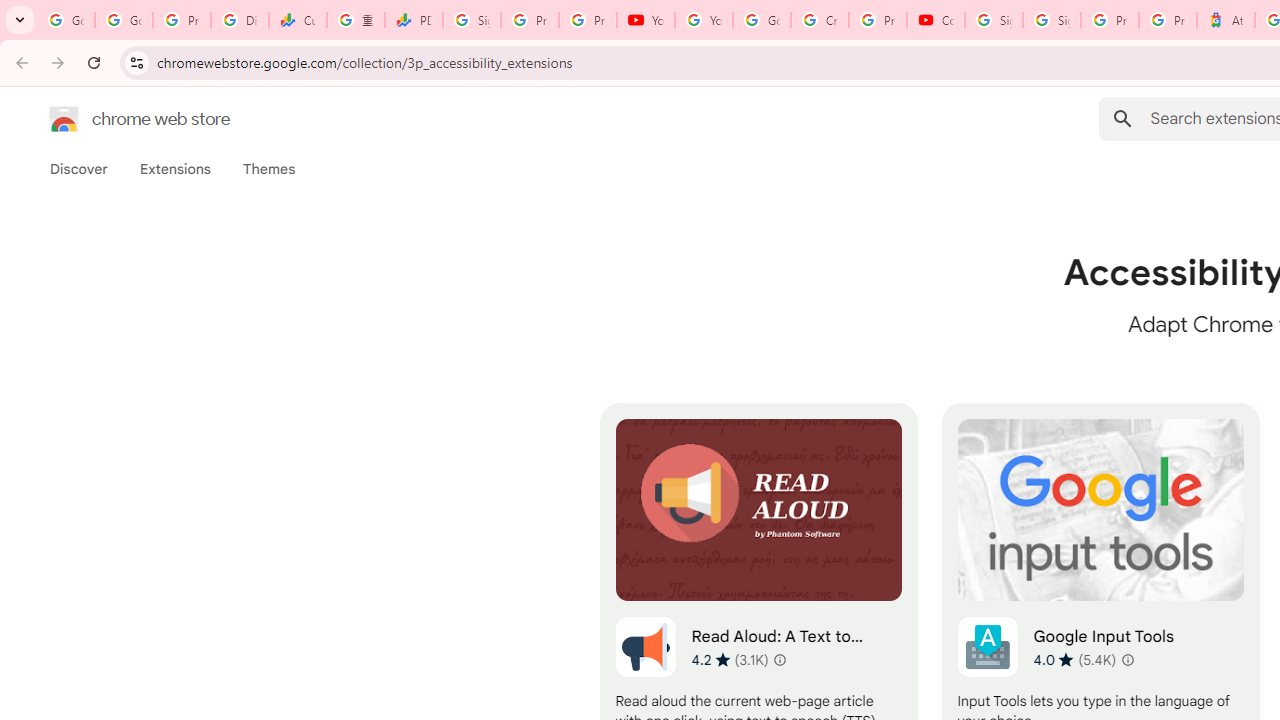  Describe the element at coordinates (1127, 659) in the screenshot. I see `'Learn more about results and reviews "Google Input Tools"'` at that location.